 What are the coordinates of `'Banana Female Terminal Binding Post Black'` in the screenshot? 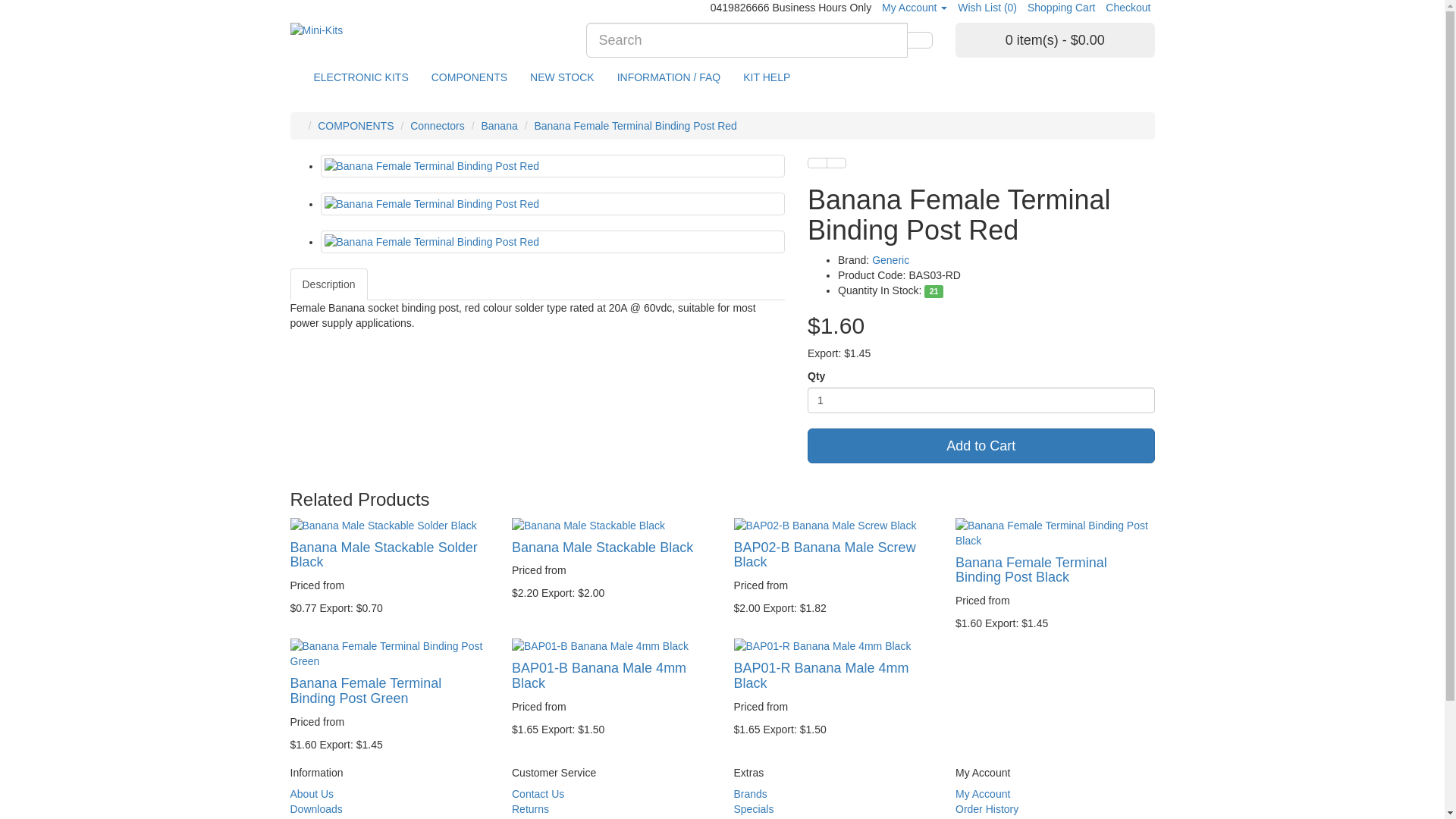 It's located at (1031, 570).